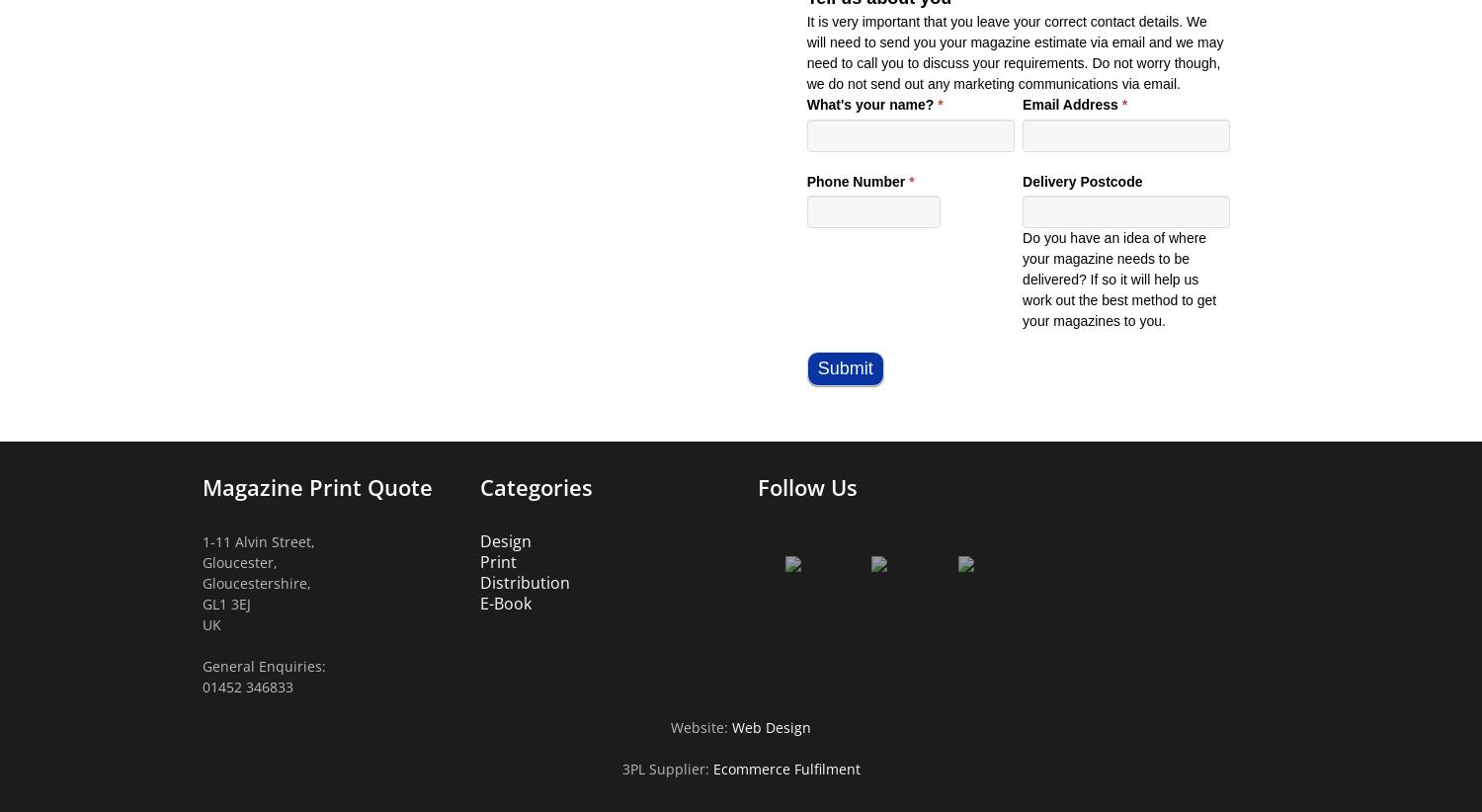 The image size is (1482, 812). I want to click on 'Magazine Print Quote', so click(202, 487).